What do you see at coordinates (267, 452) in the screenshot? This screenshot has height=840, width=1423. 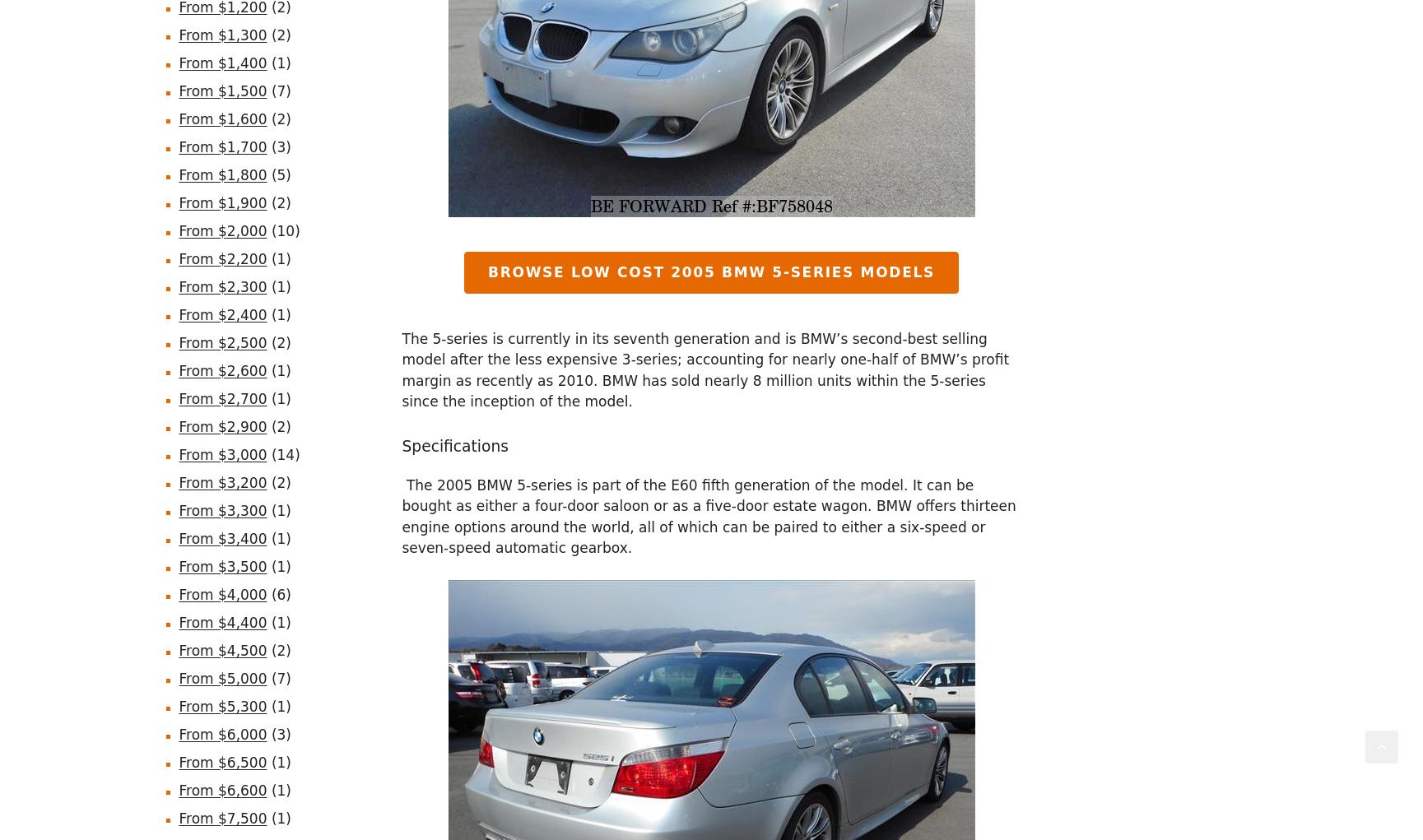 I see `'(14)'` at bounding box center [267, 452].